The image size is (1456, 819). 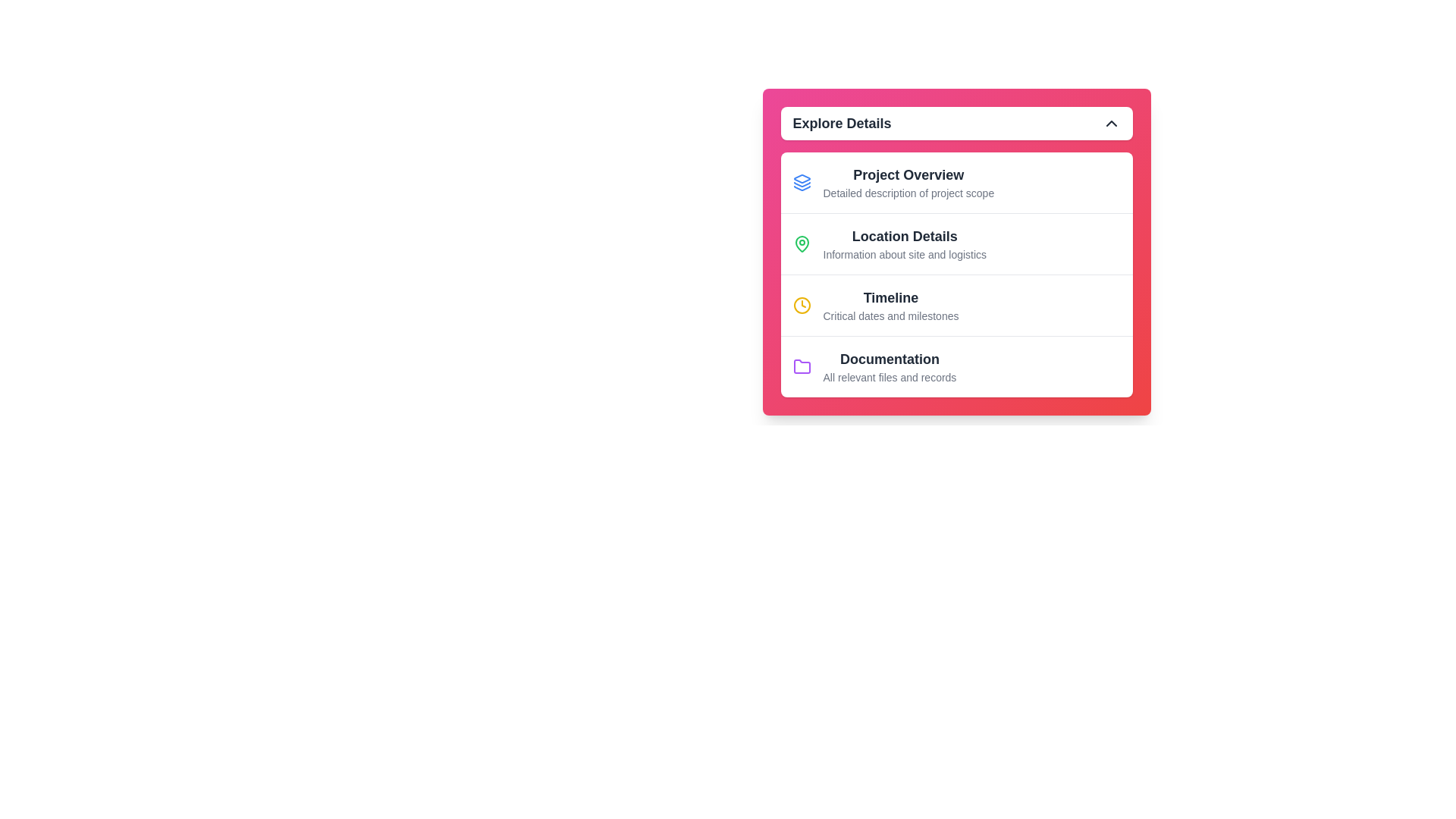 What do you see at coordinates (801, 181) in the screenshot?
I see `the minimalistic blue outlined SVG icon representing stacked layers, located to the left of the 'Project Overview' text in the first row of the 'Explore Details' list` at bounding box center [801, 181].